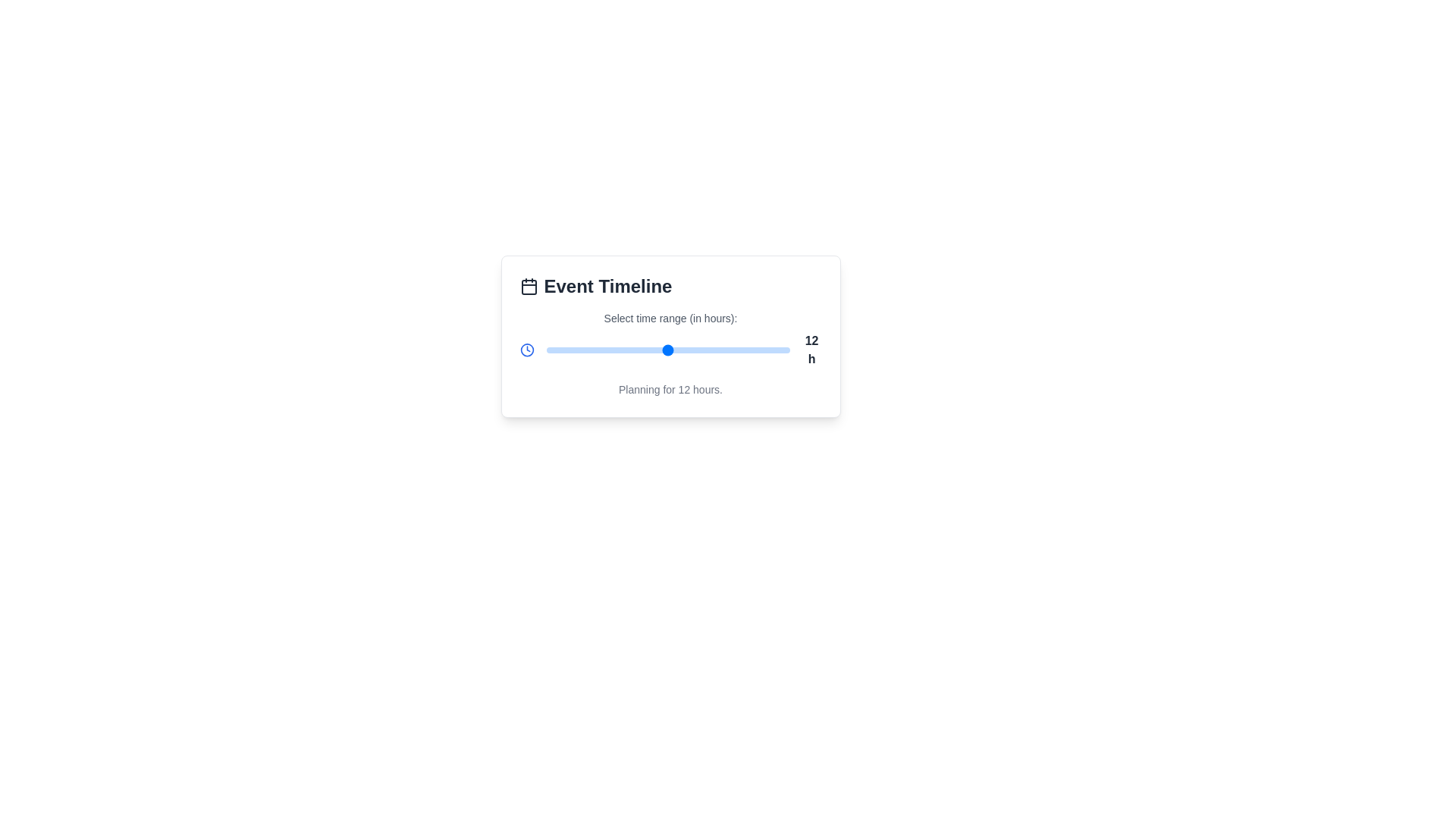  Describe the element at coordinates (759, 350) in the screenshot. I see `the timeline duration` at that location.